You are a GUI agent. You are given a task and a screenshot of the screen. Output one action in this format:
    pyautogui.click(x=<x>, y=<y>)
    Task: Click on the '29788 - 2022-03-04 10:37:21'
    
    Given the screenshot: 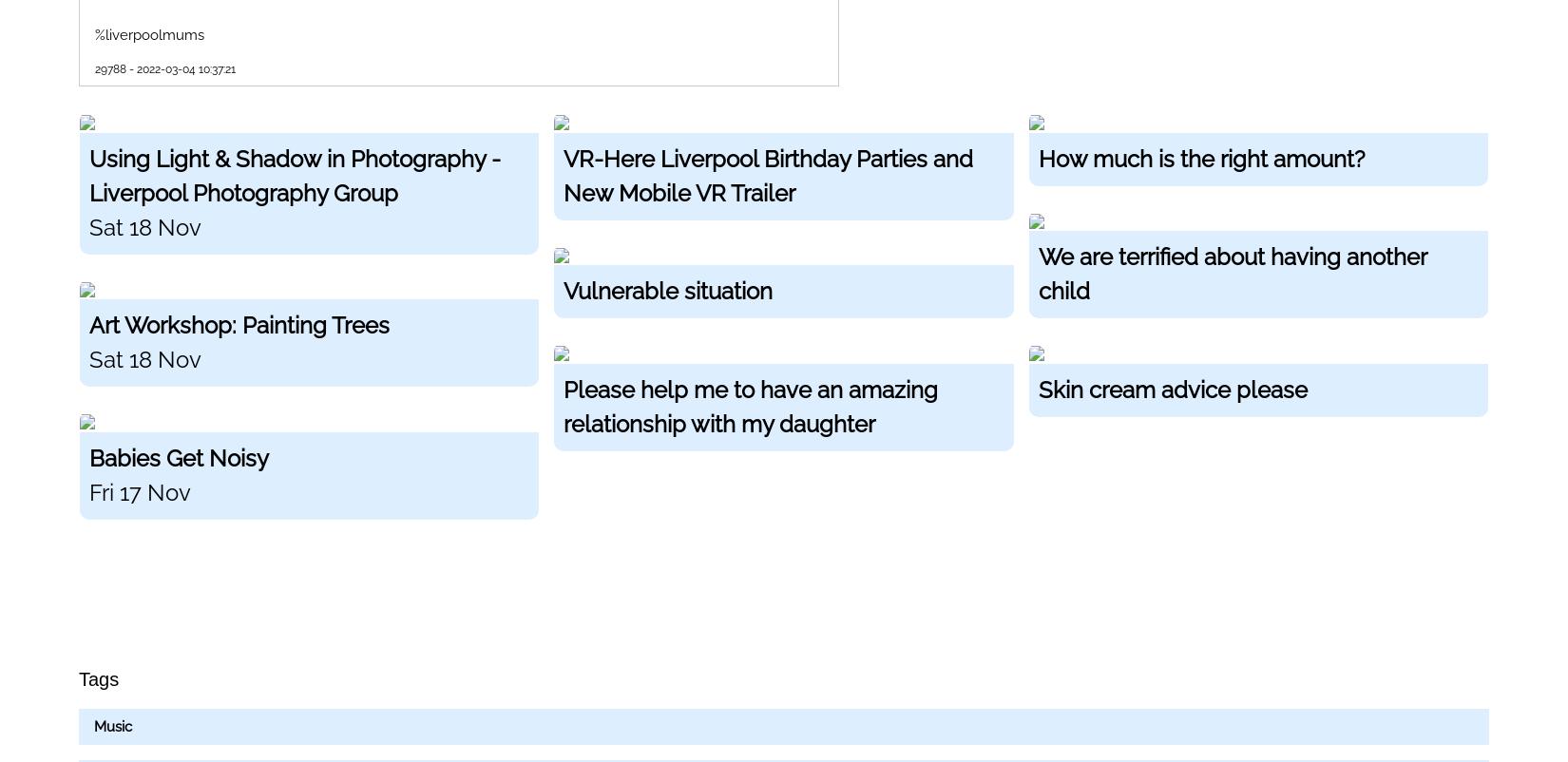 What is the action you would take?
    pyautogui.click(x=165, y=67)
    